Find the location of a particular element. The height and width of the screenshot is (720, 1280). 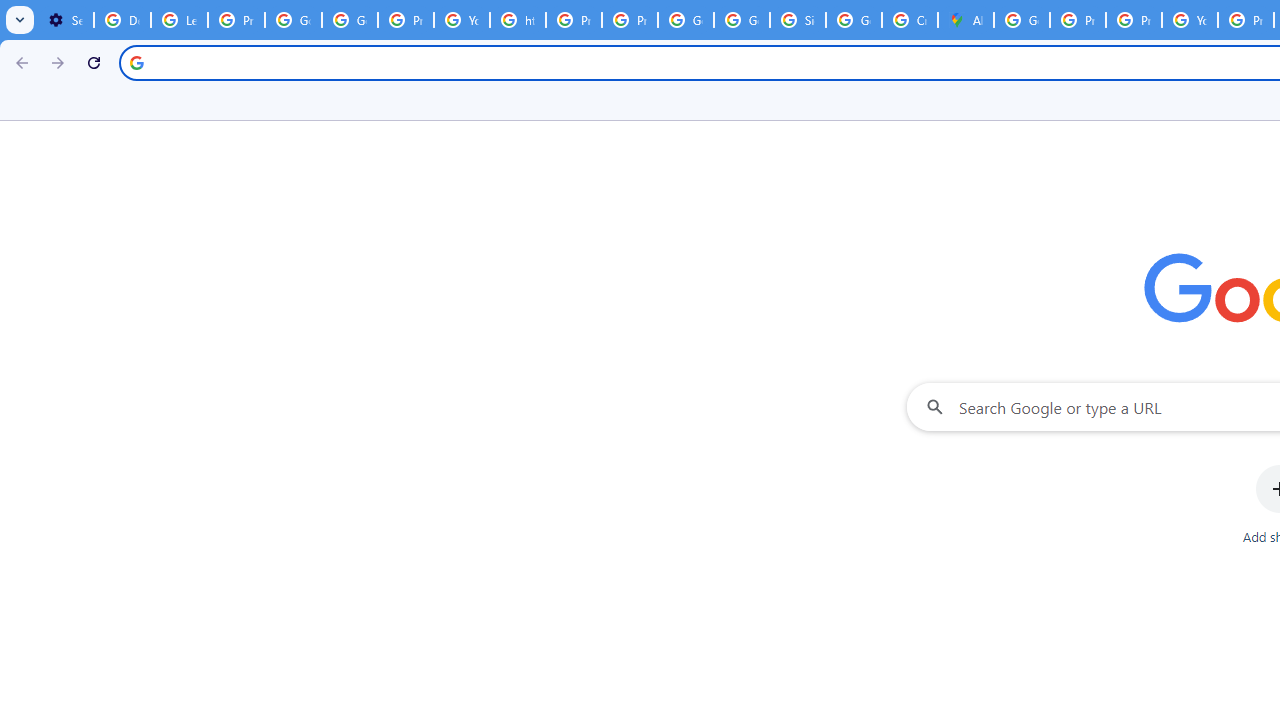

'Google Account Help' is located at coordinates (292, 20).